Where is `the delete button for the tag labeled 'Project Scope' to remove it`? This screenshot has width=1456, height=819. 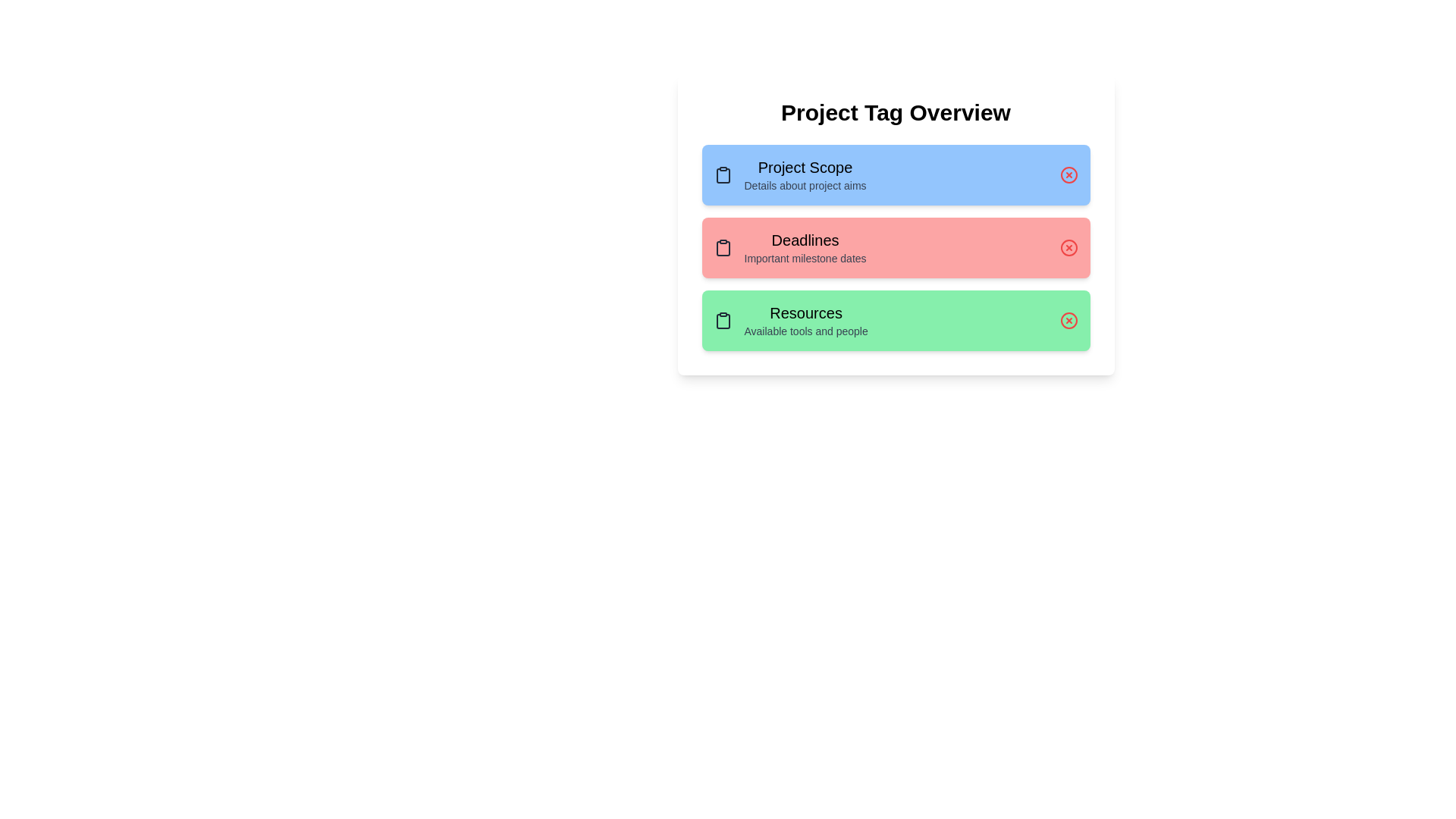 the delete button for the tag labeled 'Project Scope' to remove it is located at coordinates (1068, 174).